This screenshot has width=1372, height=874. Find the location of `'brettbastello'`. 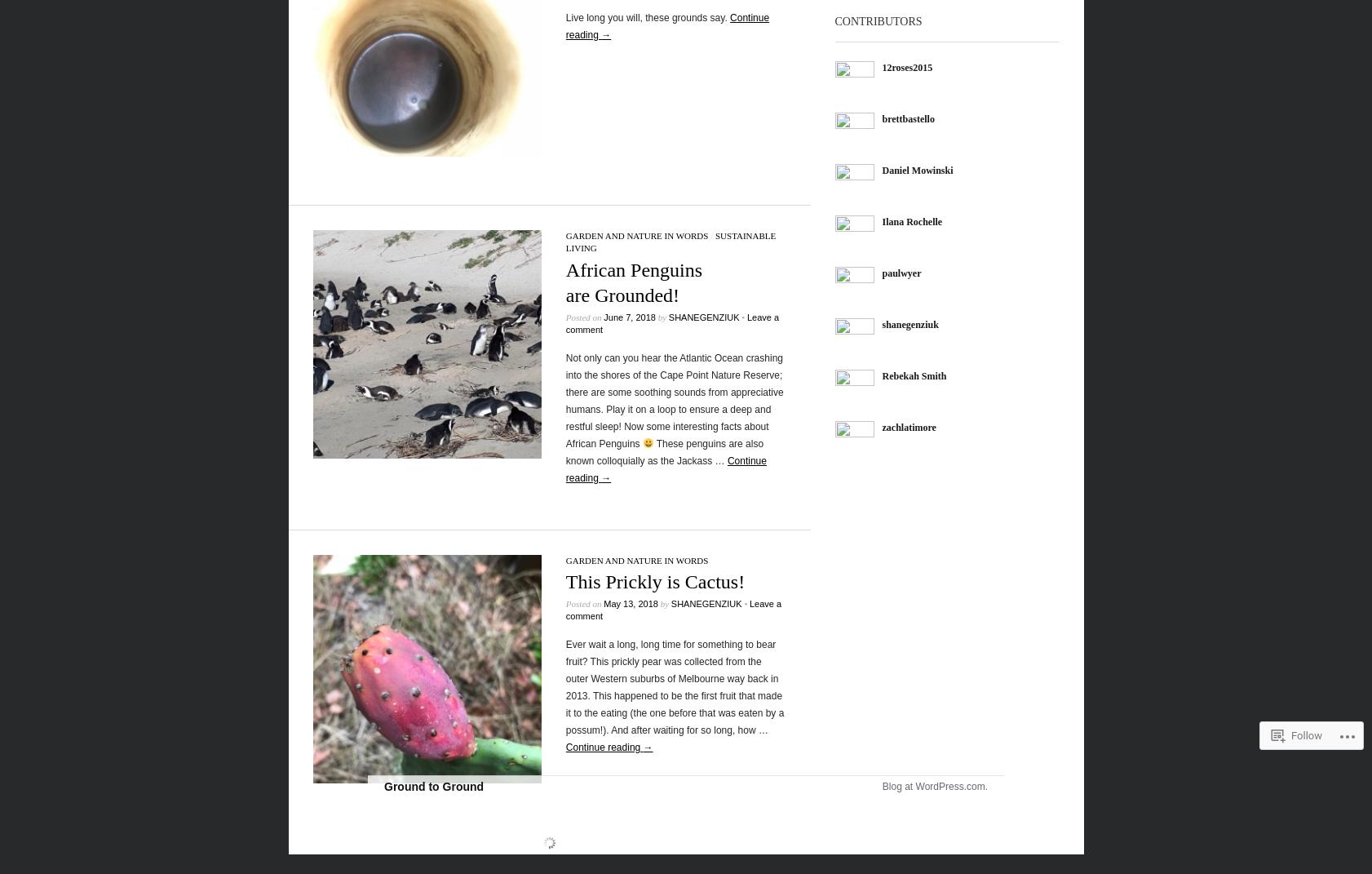

'brettbastello' is located at coordinates (906, 118).